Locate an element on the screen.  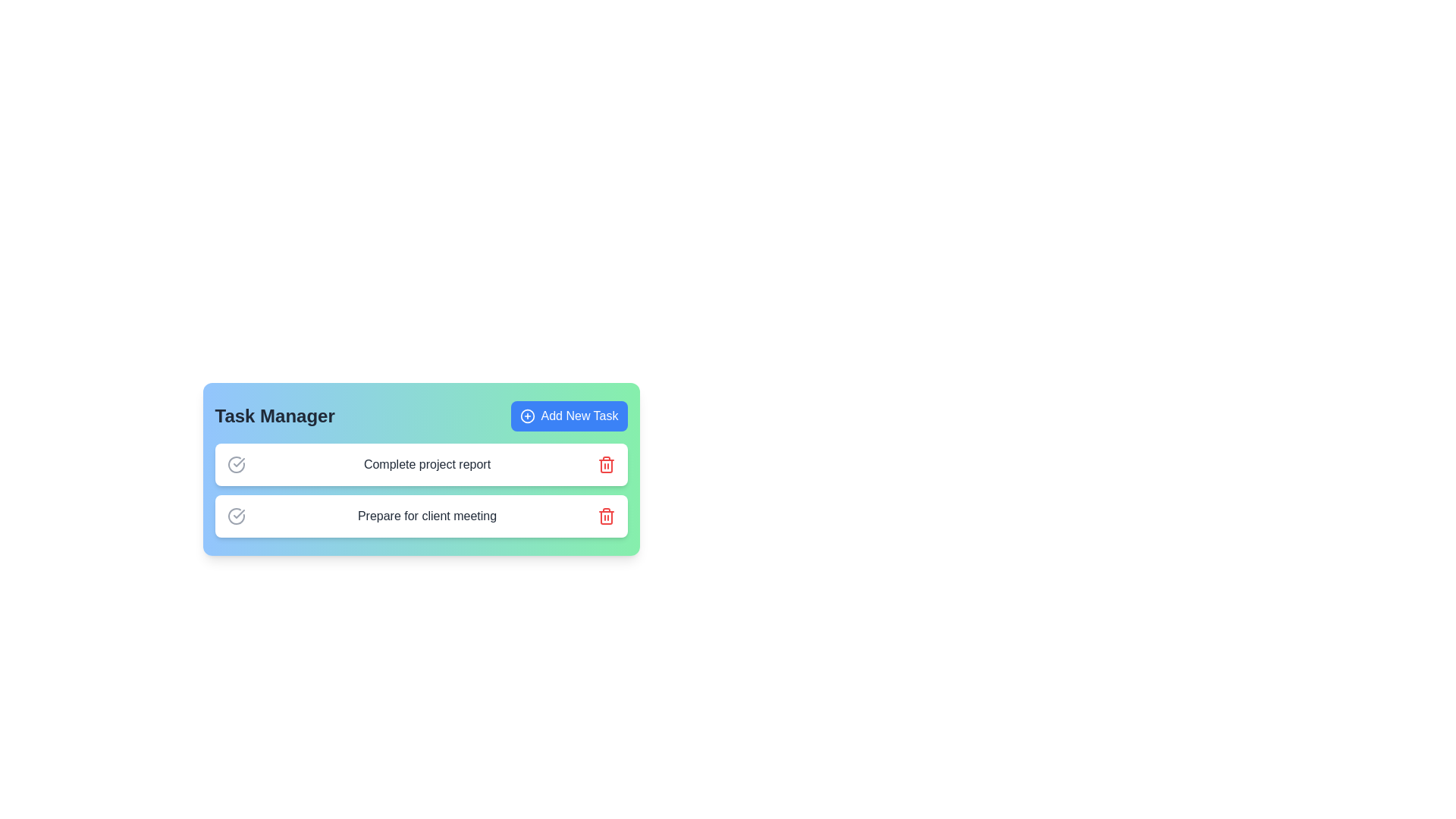
the circular Button icon located in the top-right corner of the task management interface is located at coordinates (527, 416).